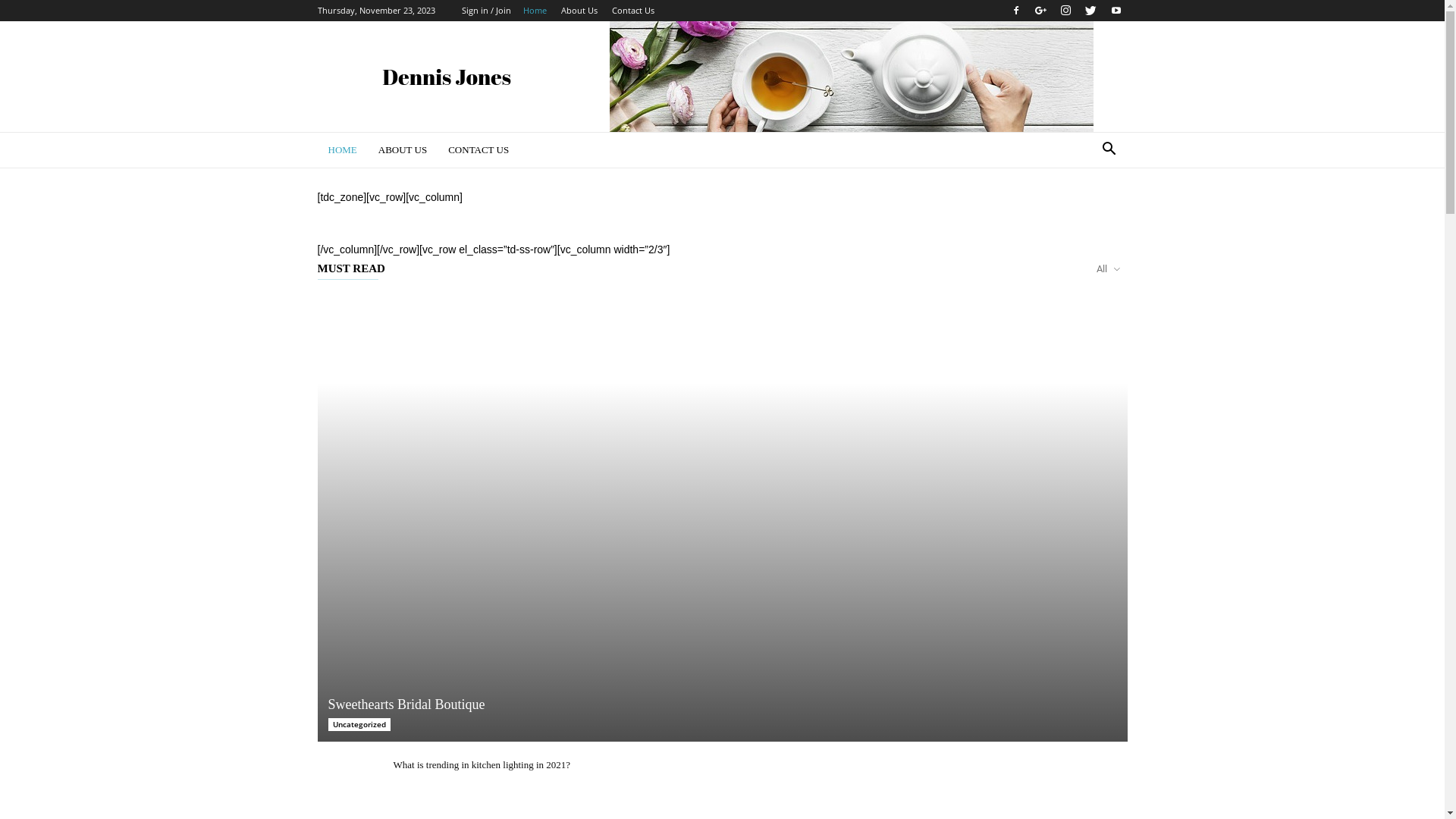 The image size is (1456, 819). I want to click on 'Sweethearts Bridal Boutique', so click(406, 704).